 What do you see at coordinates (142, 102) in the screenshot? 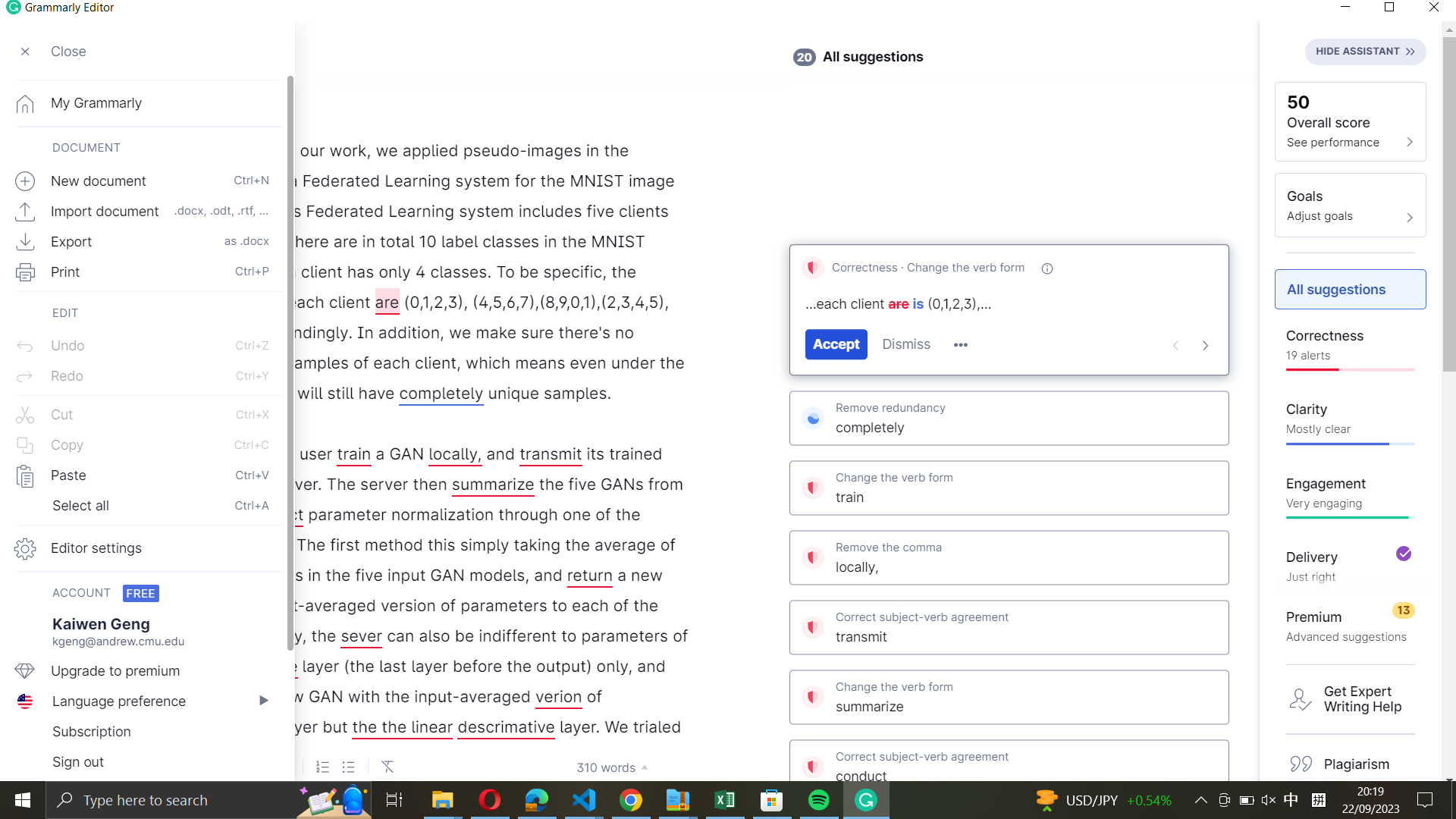
I see `Go to the home screen` at bounding box center [142, 102].